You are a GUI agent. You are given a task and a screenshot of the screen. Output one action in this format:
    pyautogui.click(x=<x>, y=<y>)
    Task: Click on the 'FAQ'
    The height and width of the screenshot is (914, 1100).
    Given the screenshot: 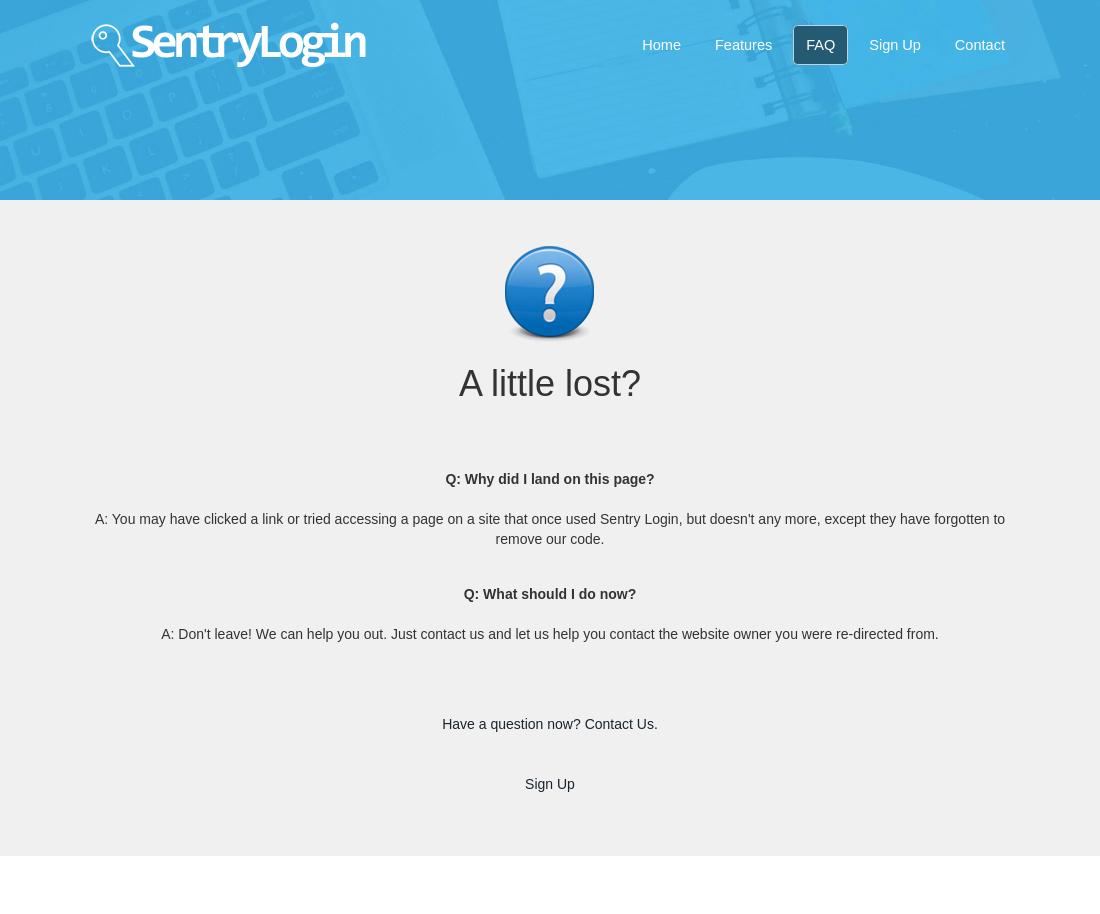 What is the action you would take?
    pyautogui.click(x=820, y=44)
    